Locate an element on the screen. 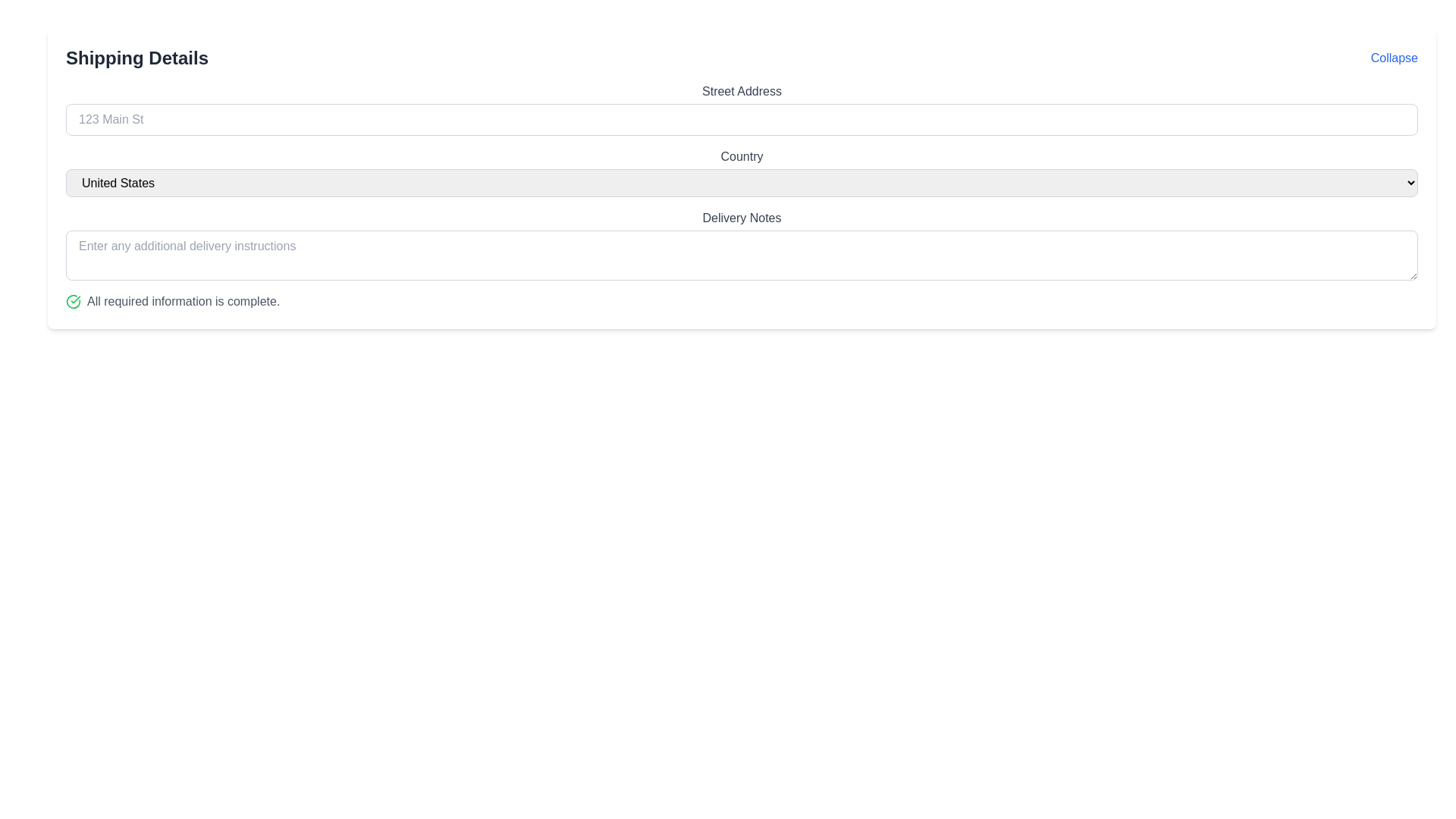  the 'Street Address' text label which is styled in light gray and positioned at the top of the form, above the '123 Main St' input field is located at coordinates (742, 91).